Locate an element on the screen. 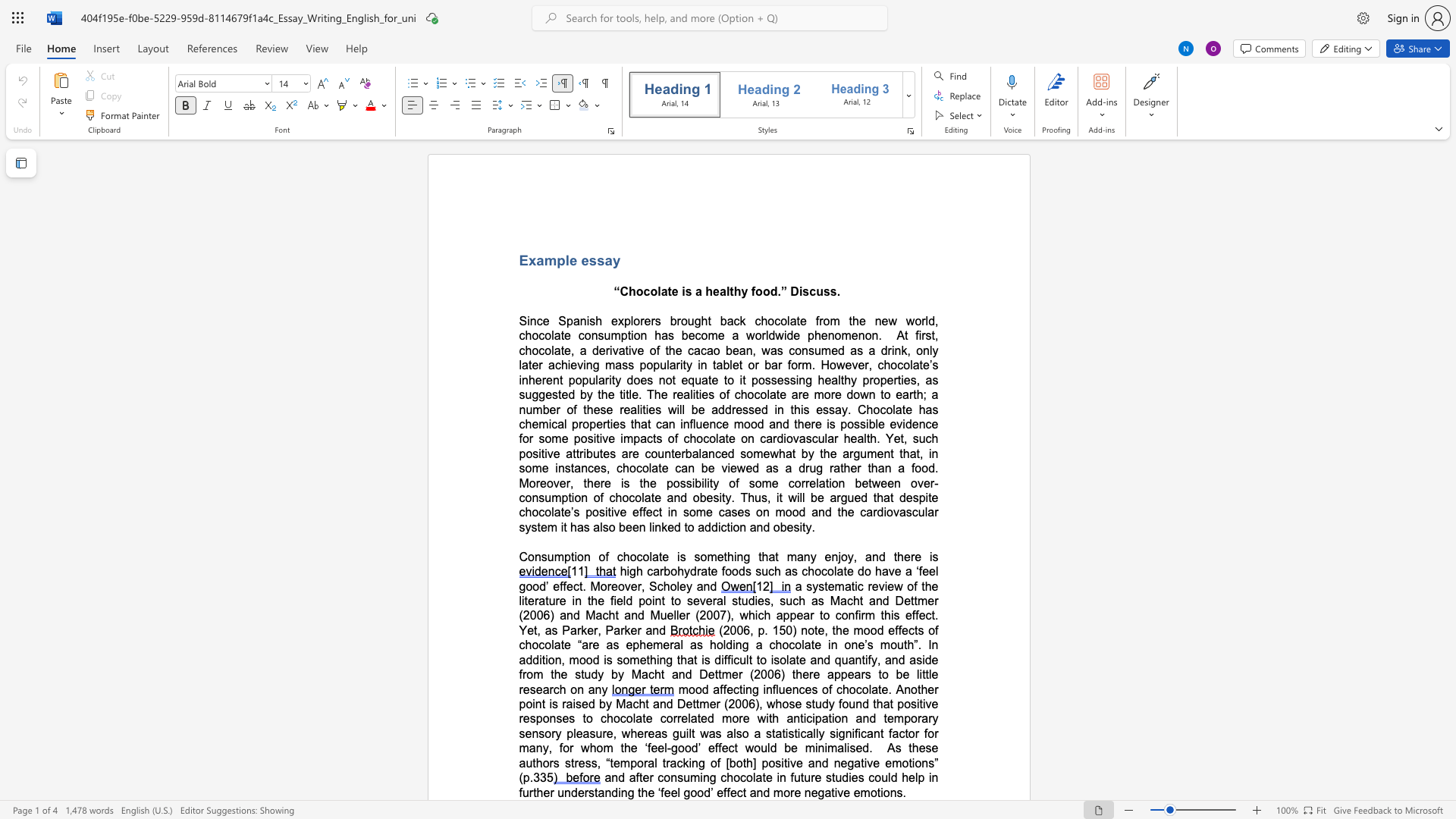 This screenshot has height=819, width=1456. the subset text ", as Park" within the text "this effect. Yet, as Parker, Parker and" is located at coordinates (537, 630).